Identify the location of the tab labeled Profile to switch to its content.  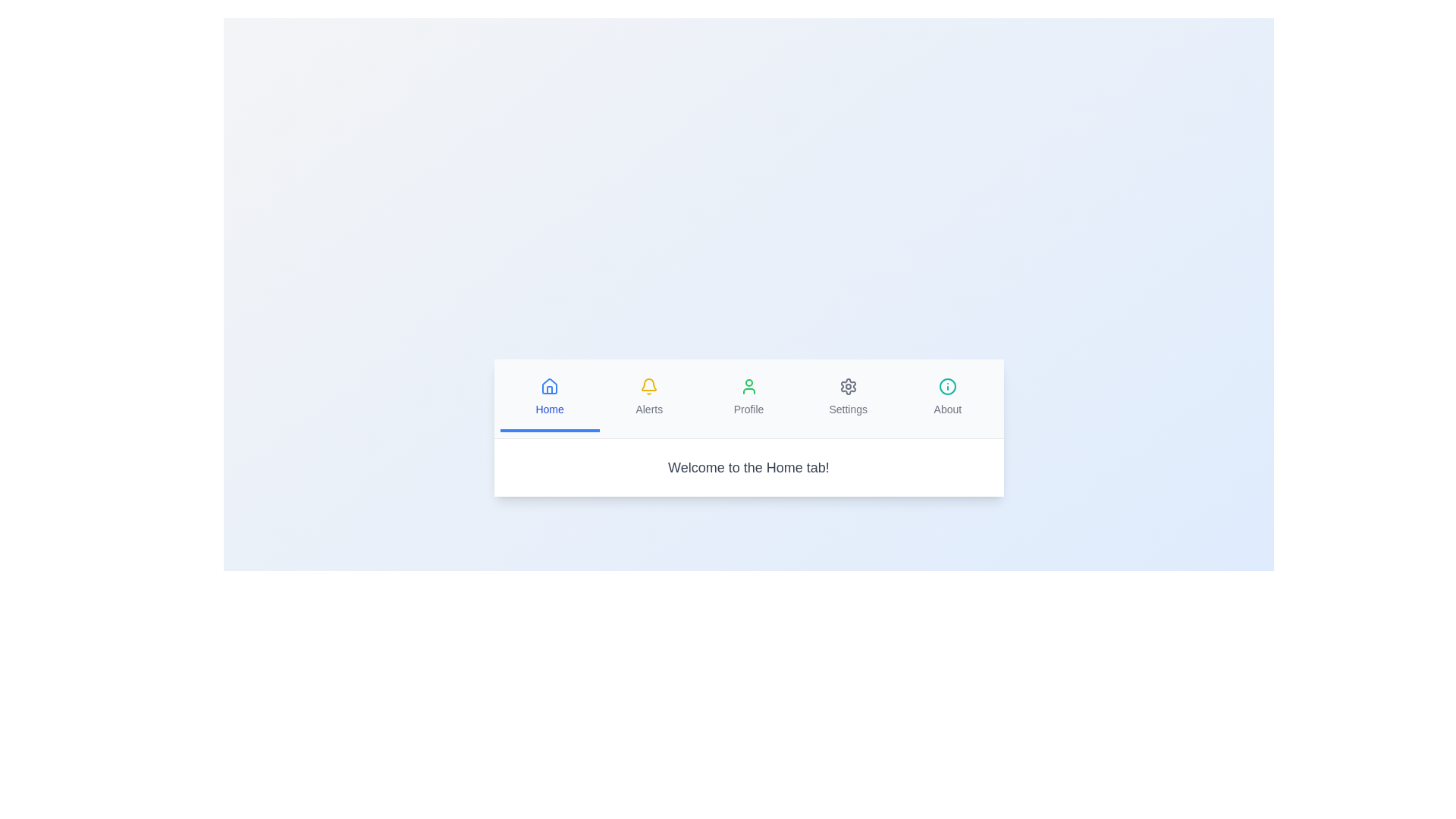
(748, 397).